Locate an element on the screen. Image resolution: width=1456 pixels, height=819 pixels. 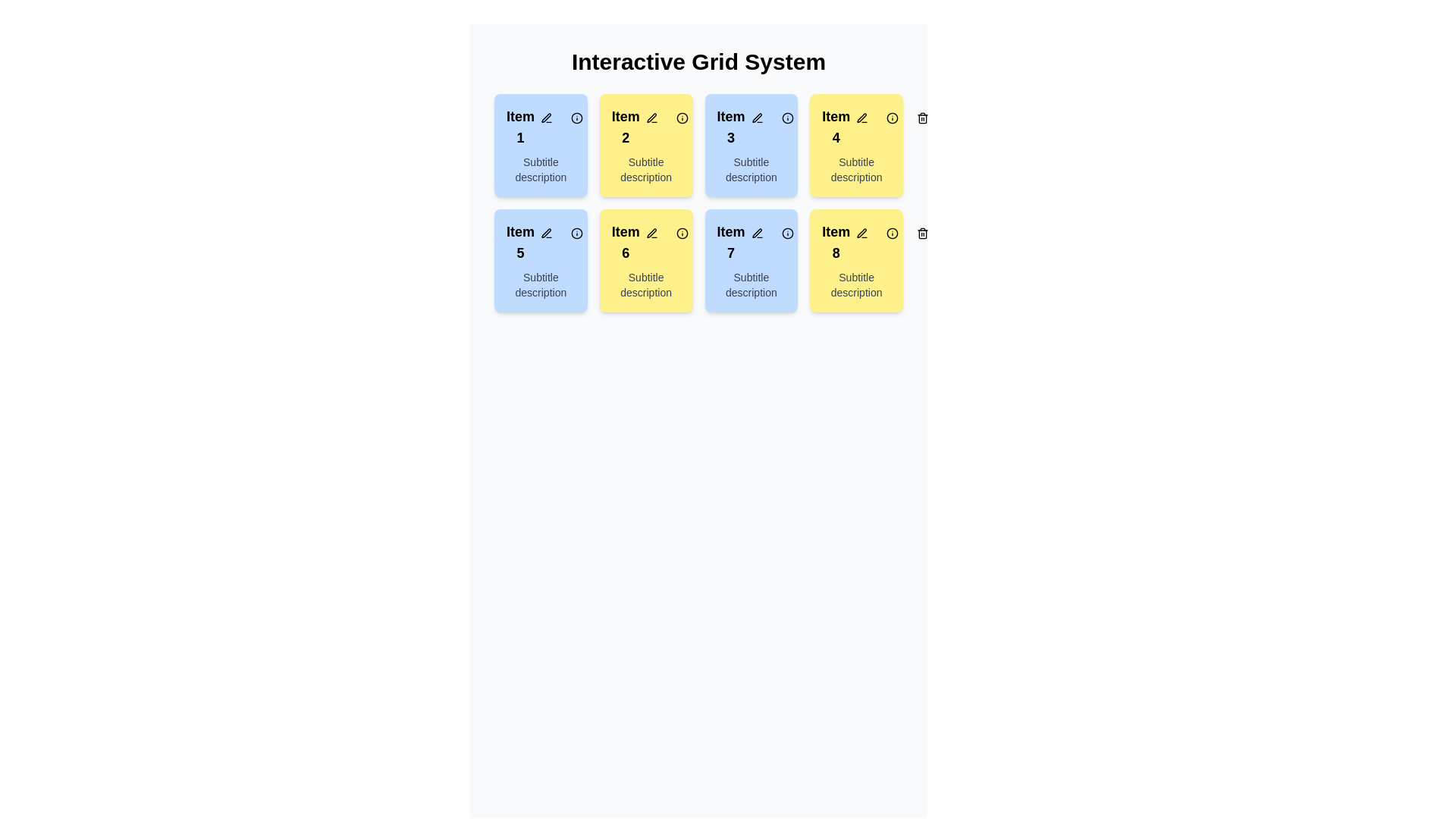
the circular button with an 'i' symbol located in the top-right portion of the 'Item 4' card for accessibility features is located at coordinates (893, 117).